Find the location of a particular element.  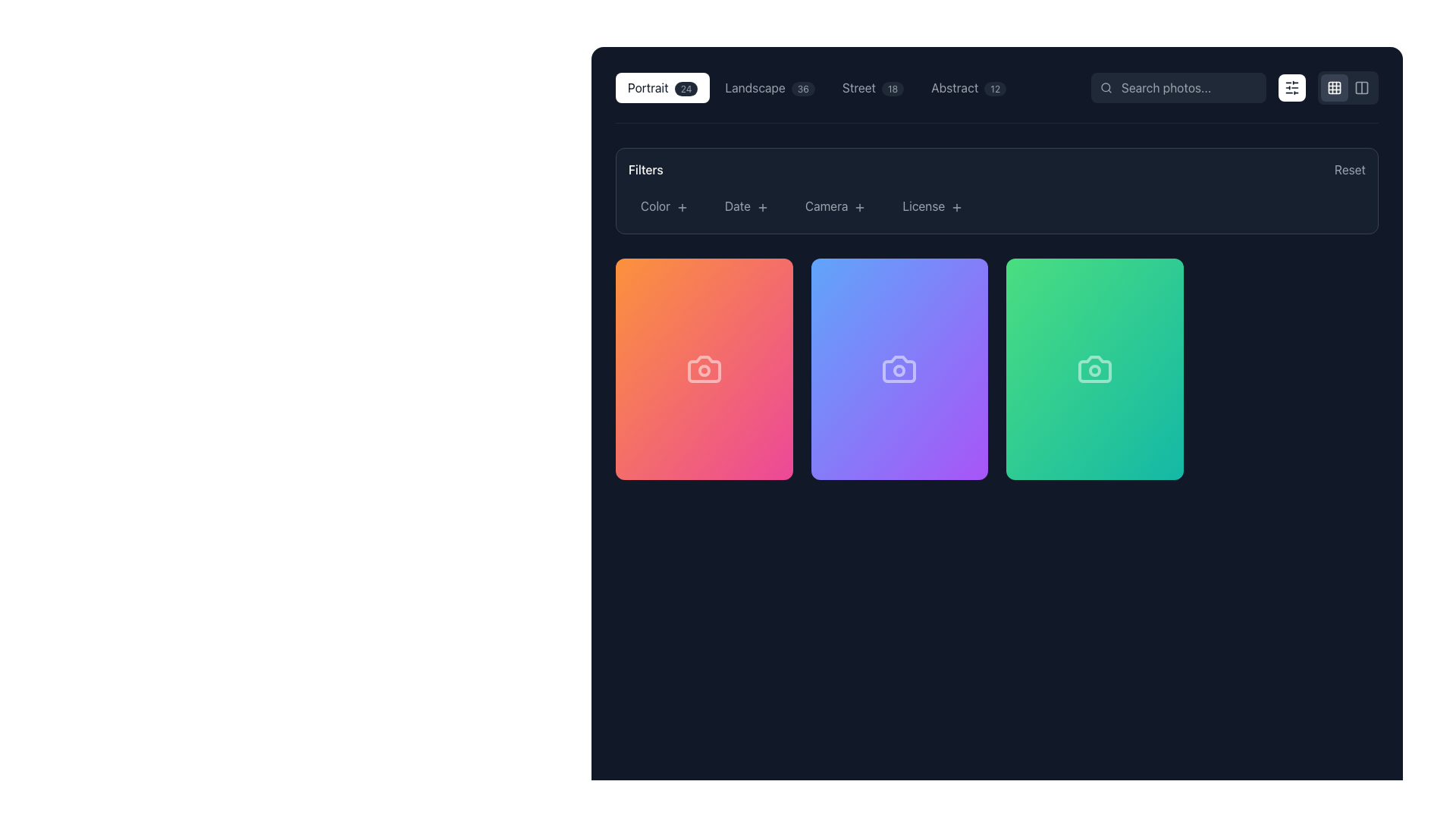

the gray magnifying glass icon, which serves as the search functionality located at the left end of the 'Search photos...' input field at the top right corner of the page is located at coordinates (1106, 87).